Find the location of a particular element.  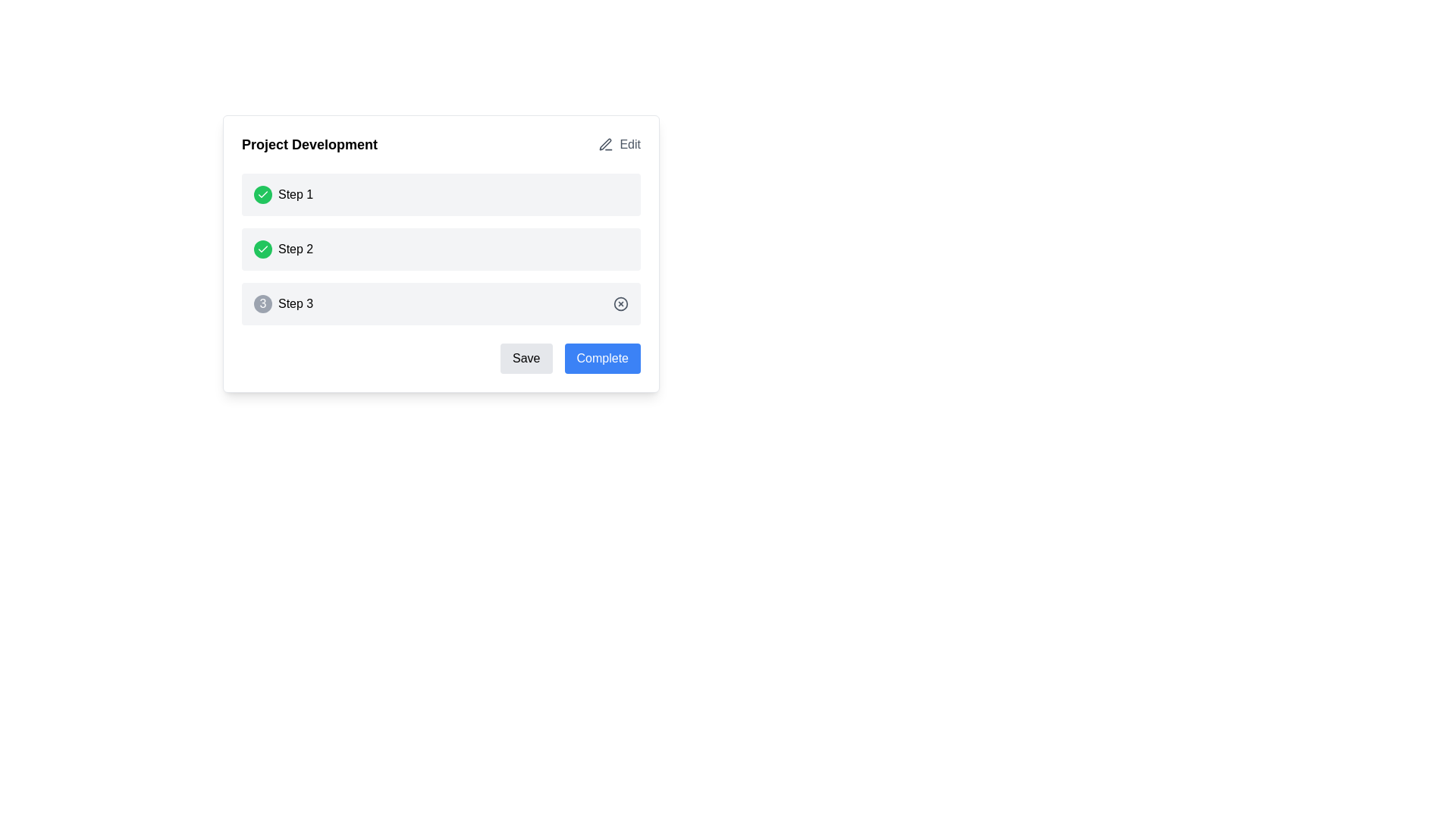

the button located in the top-right corner of the 'Project Development' section is located at coordinates (620, 145).